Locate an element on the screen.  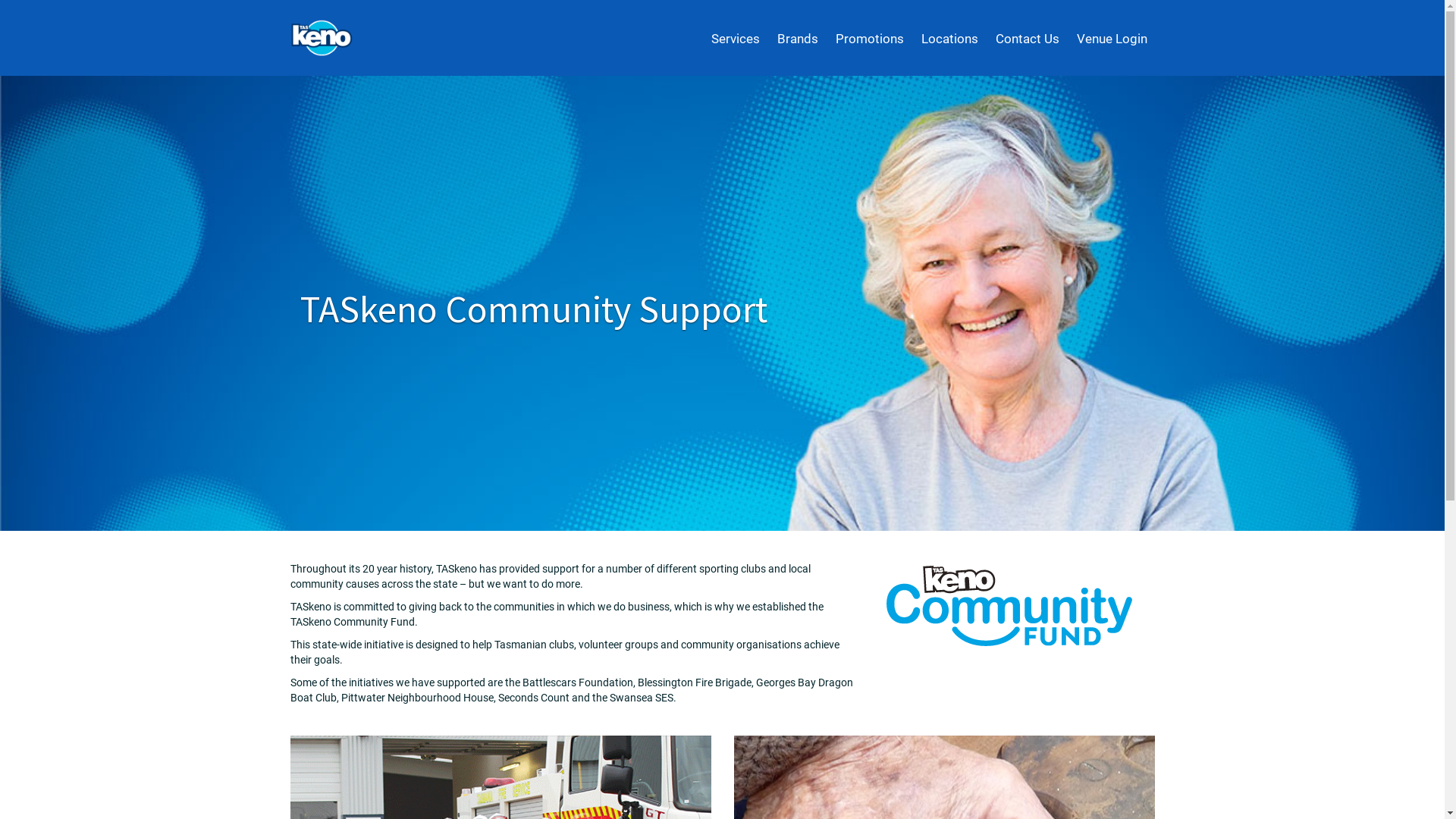
'Brands' is located at coordinates (796, 38).